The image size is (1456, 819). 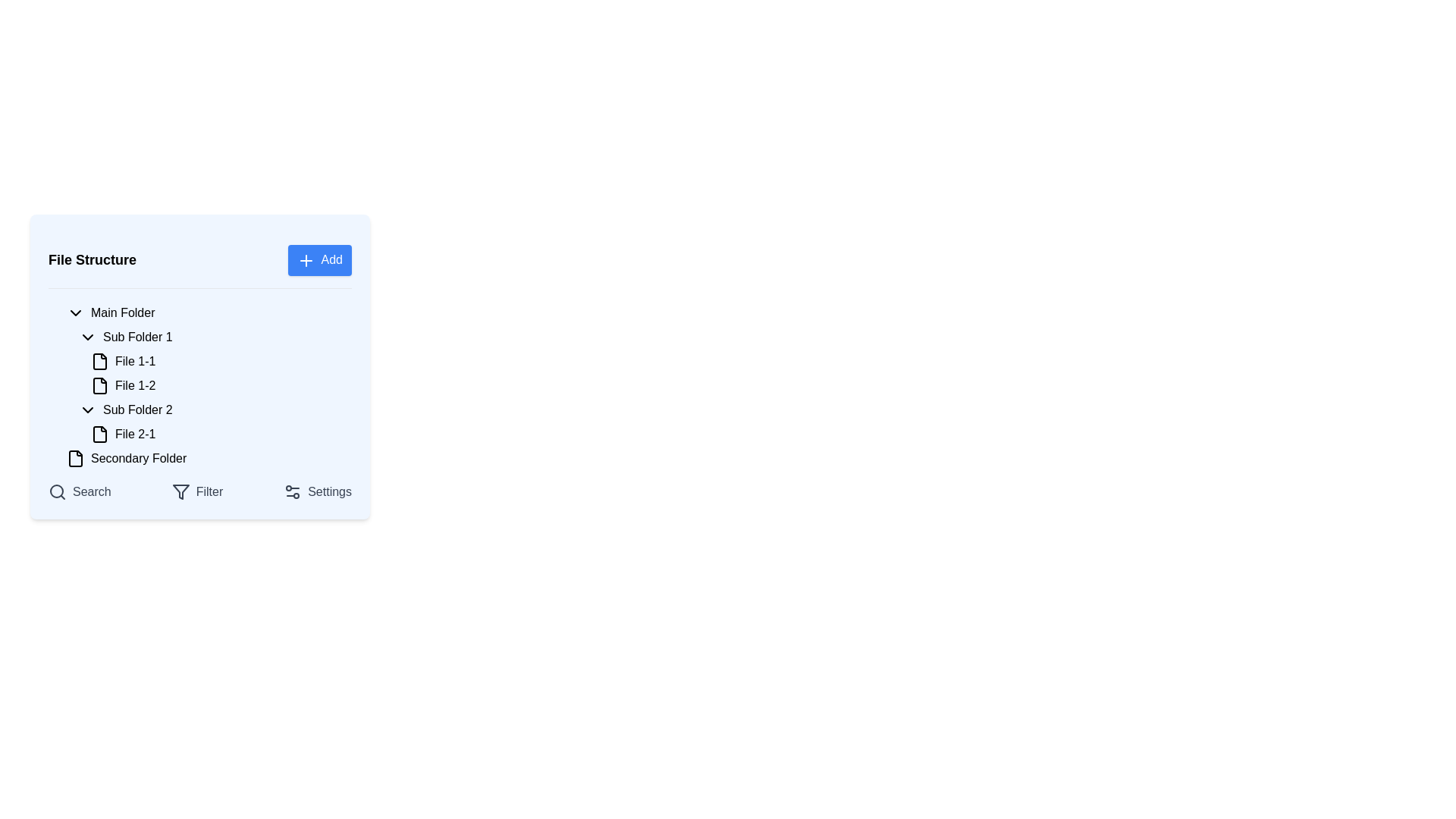 What do you see at coordinates (99, 360) in the screenshot?
I see `the file icon located under the 'Sub Folder 1' node, adjacent to 'File 1-1', representing a file item in the hierarchical tree structure` at bounding box center [99, 360].